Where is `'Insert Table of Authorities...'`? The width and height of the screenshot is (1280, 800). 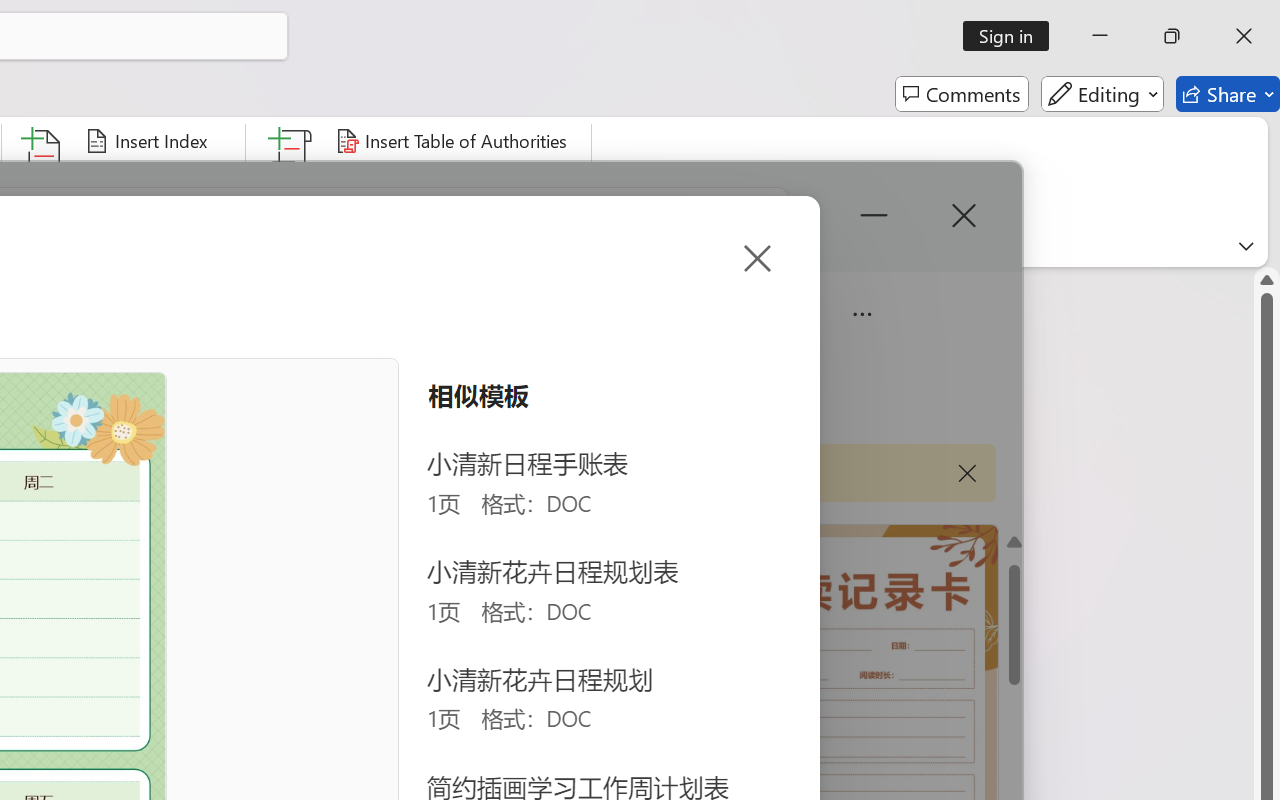 'Insert Table of Authorities...' is located at coordinates (453, 141).